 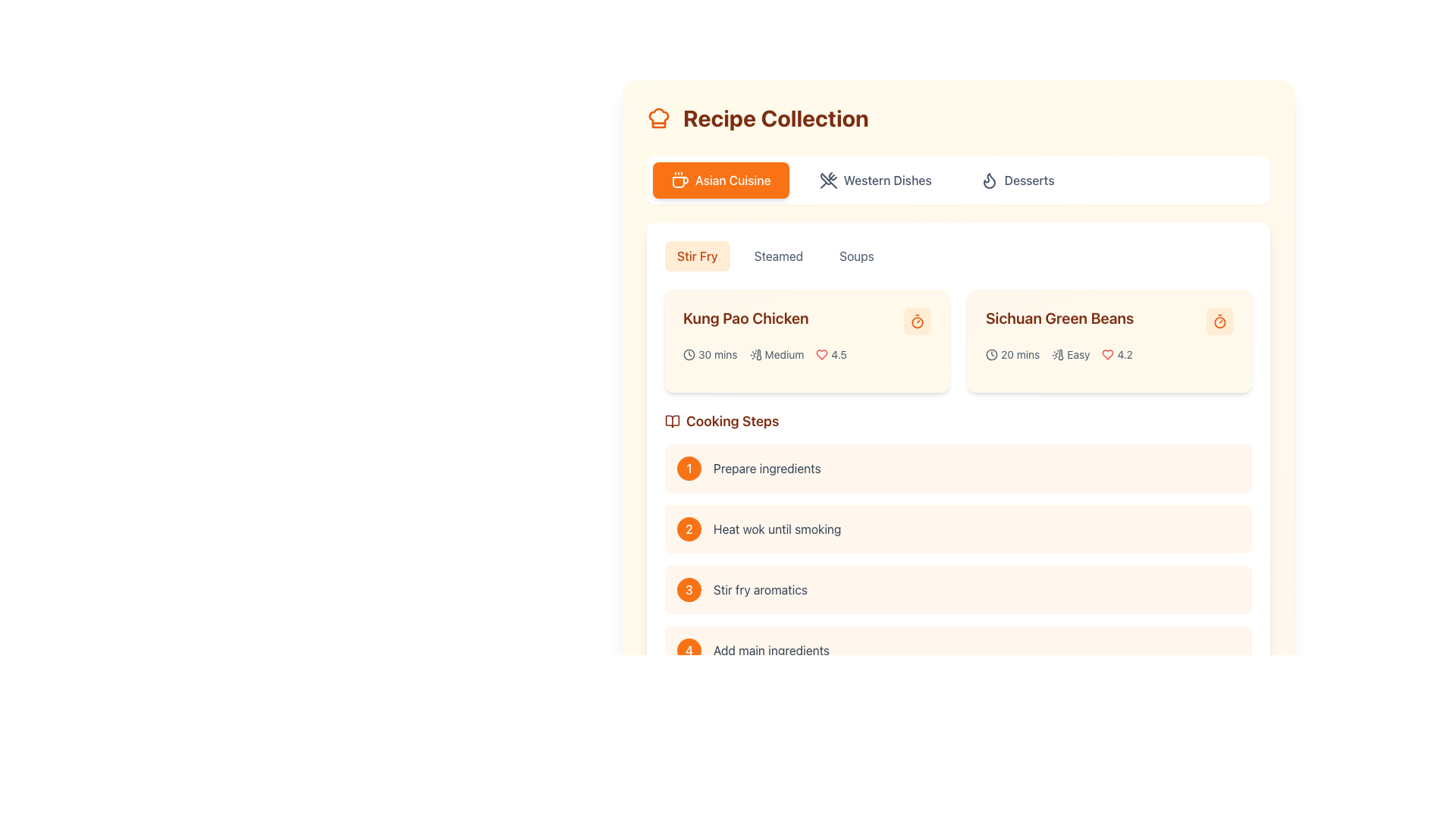 I want to click on the 'Steamed' button in the horizontal navigation bar, located between 'Stir Fry' and 'Soups', which displays in a muted slate-gray font and changes, so click(x=779, y=256).